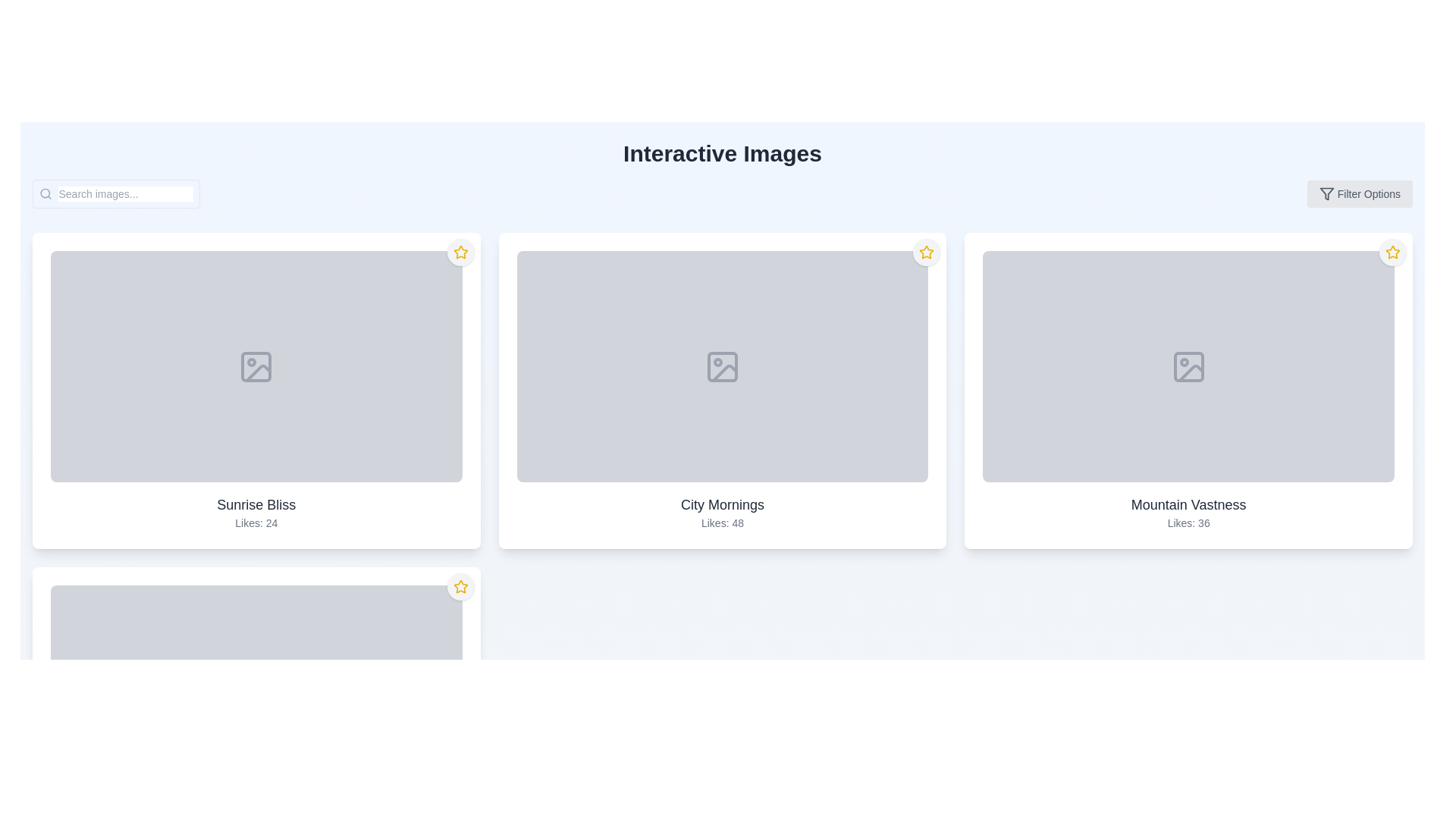 This screenshot has height=819, width=1456. What do you see at coordinates (721, 366) in the screenshot?
I see `the placeholder for media content located at the top of the 'City Mornings' card, which serves as the main visual component and is centrally aligned within it` at bounding box center [721, 366].